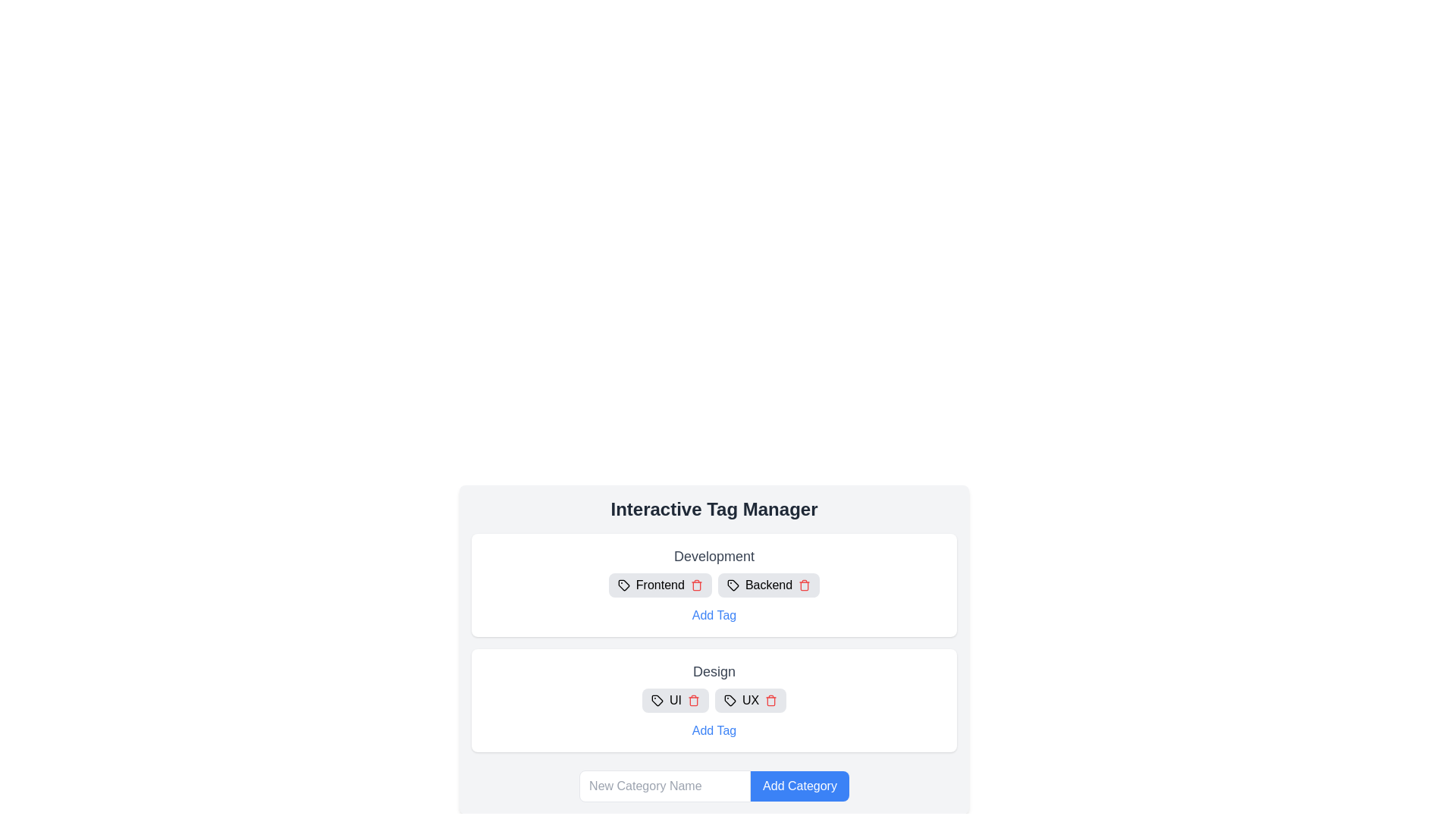 The image size is (1456, 819). Describe the element at coordinates (692, 701) in the screenshot. I see `the trash icon located to the right of the 'UI' label in the 'Design' category` at that location.